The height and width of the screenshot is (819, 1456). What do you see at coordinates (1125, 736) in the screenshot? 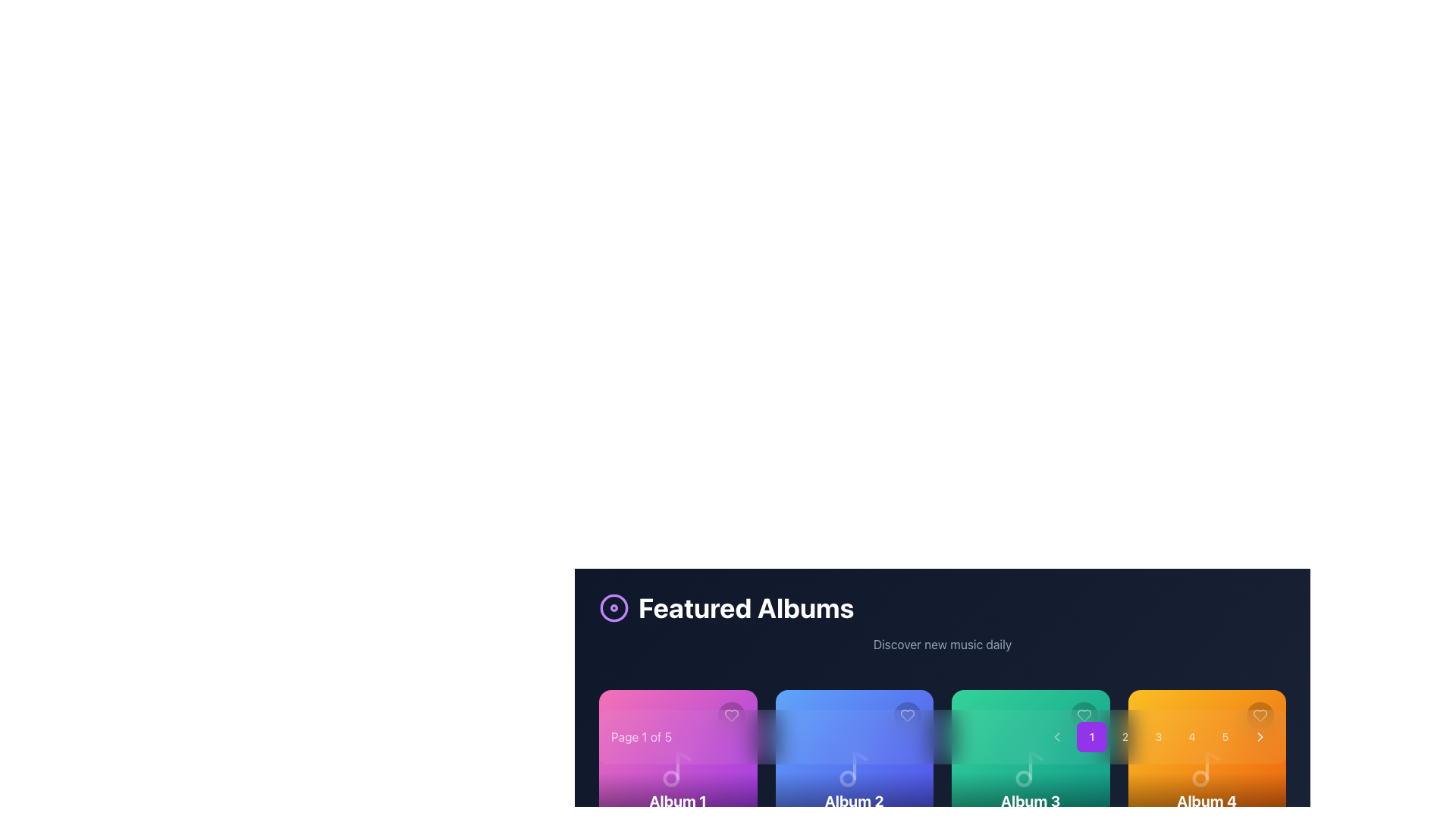
I see `the circular button labeled '2'` at bounding box center [1125, 736].